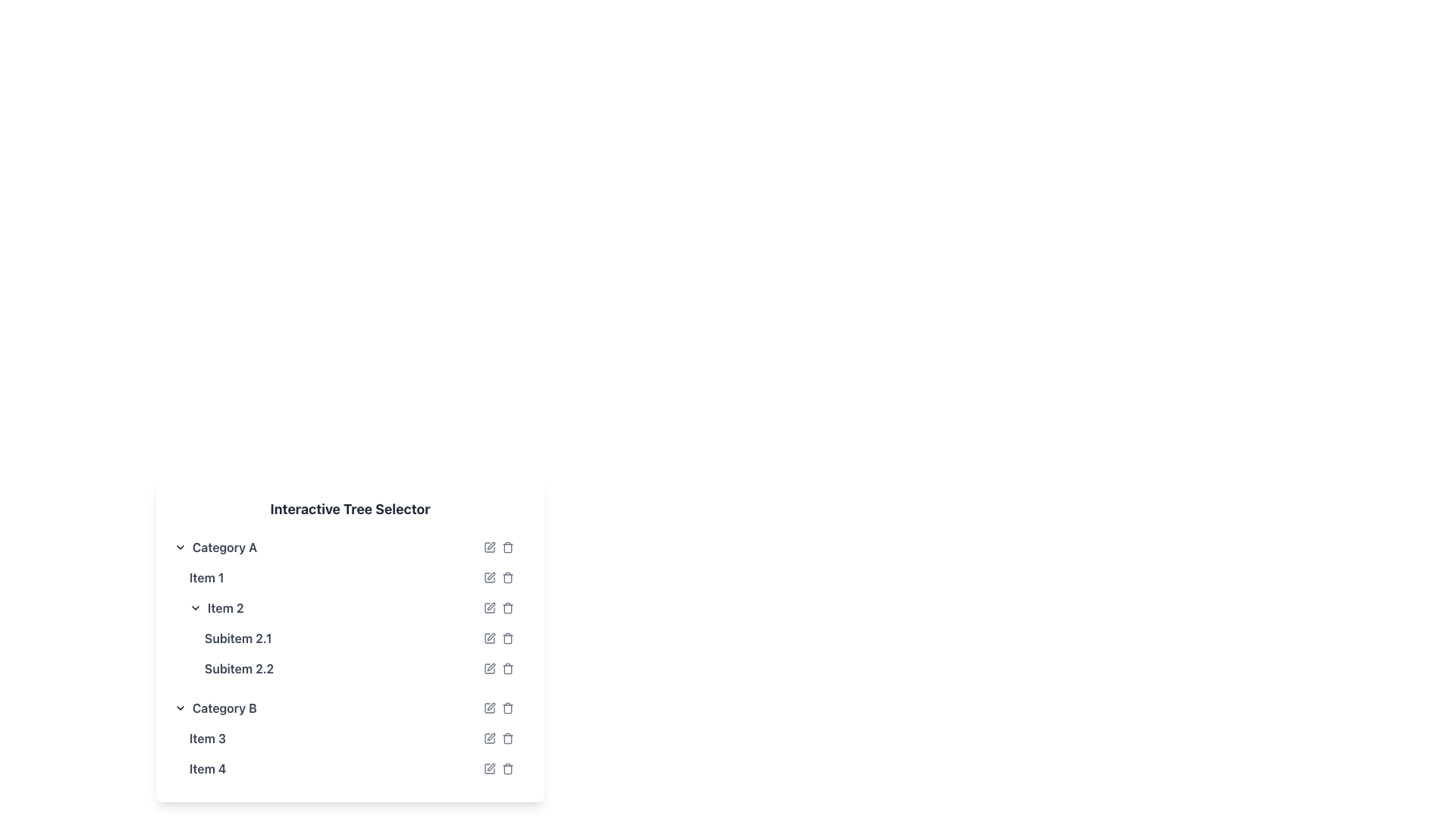 The height and width of the screenshot is (819, 1456). I want to click on the text label displaying 'Subitem 2.2' which is the second subitem under 'Item 2', so click(238, 668).